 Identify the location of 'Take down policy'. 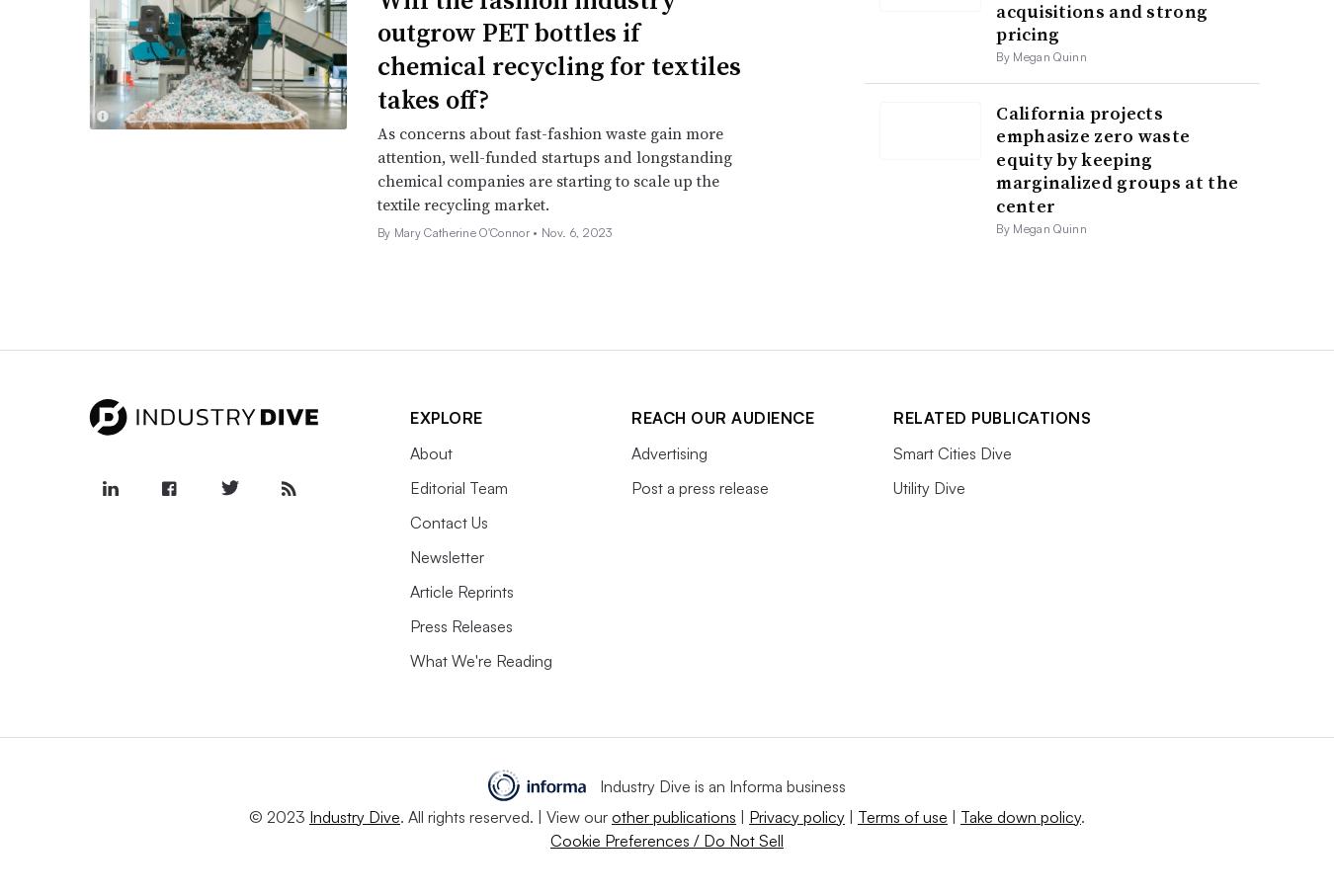
(1021, 815).